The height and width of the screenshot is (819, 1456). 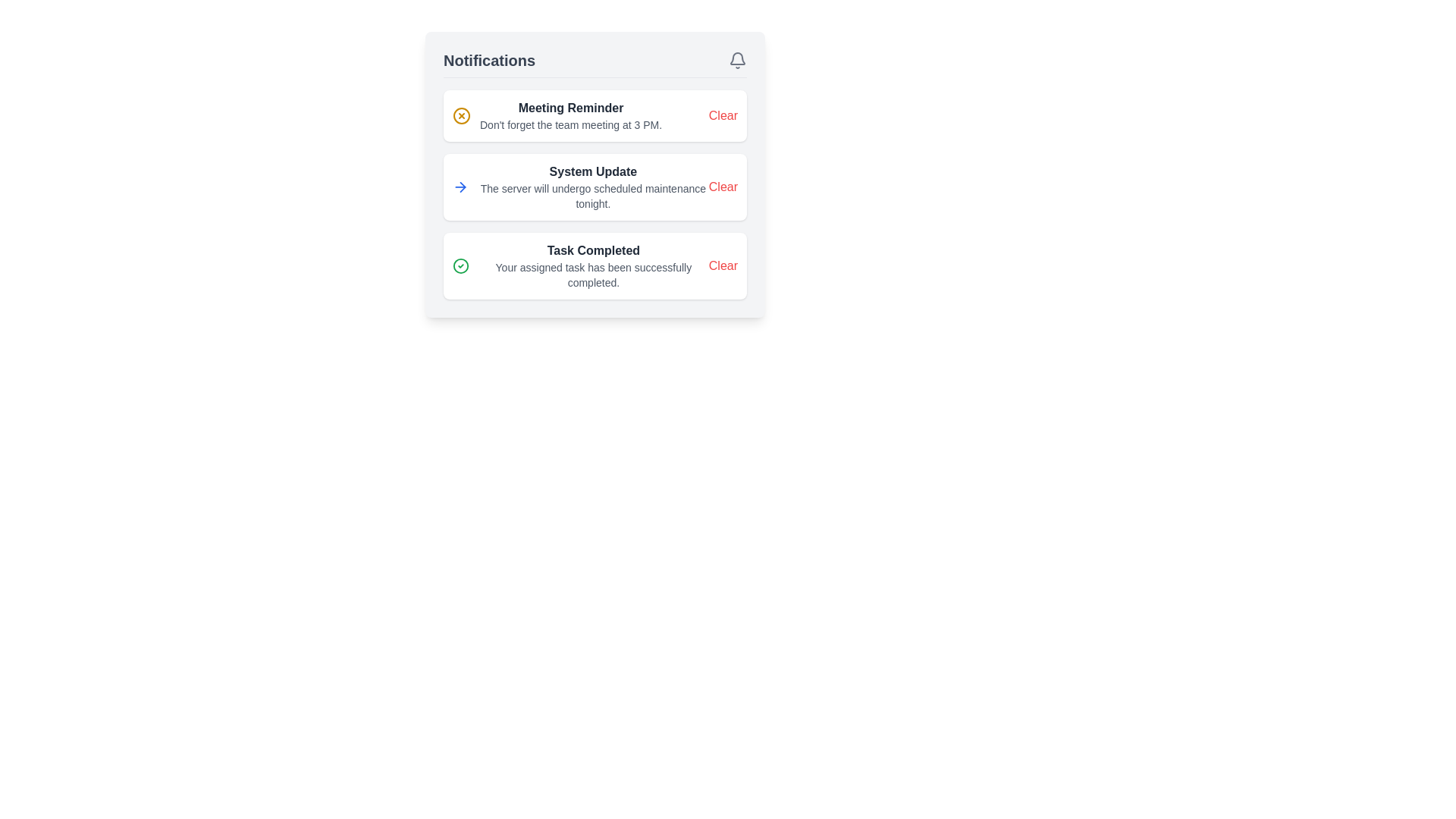 I want to click on the 'Clear' text link located on the far right side of the 'Task Completed' section to potentially change its style, so click(x=722, y=265).